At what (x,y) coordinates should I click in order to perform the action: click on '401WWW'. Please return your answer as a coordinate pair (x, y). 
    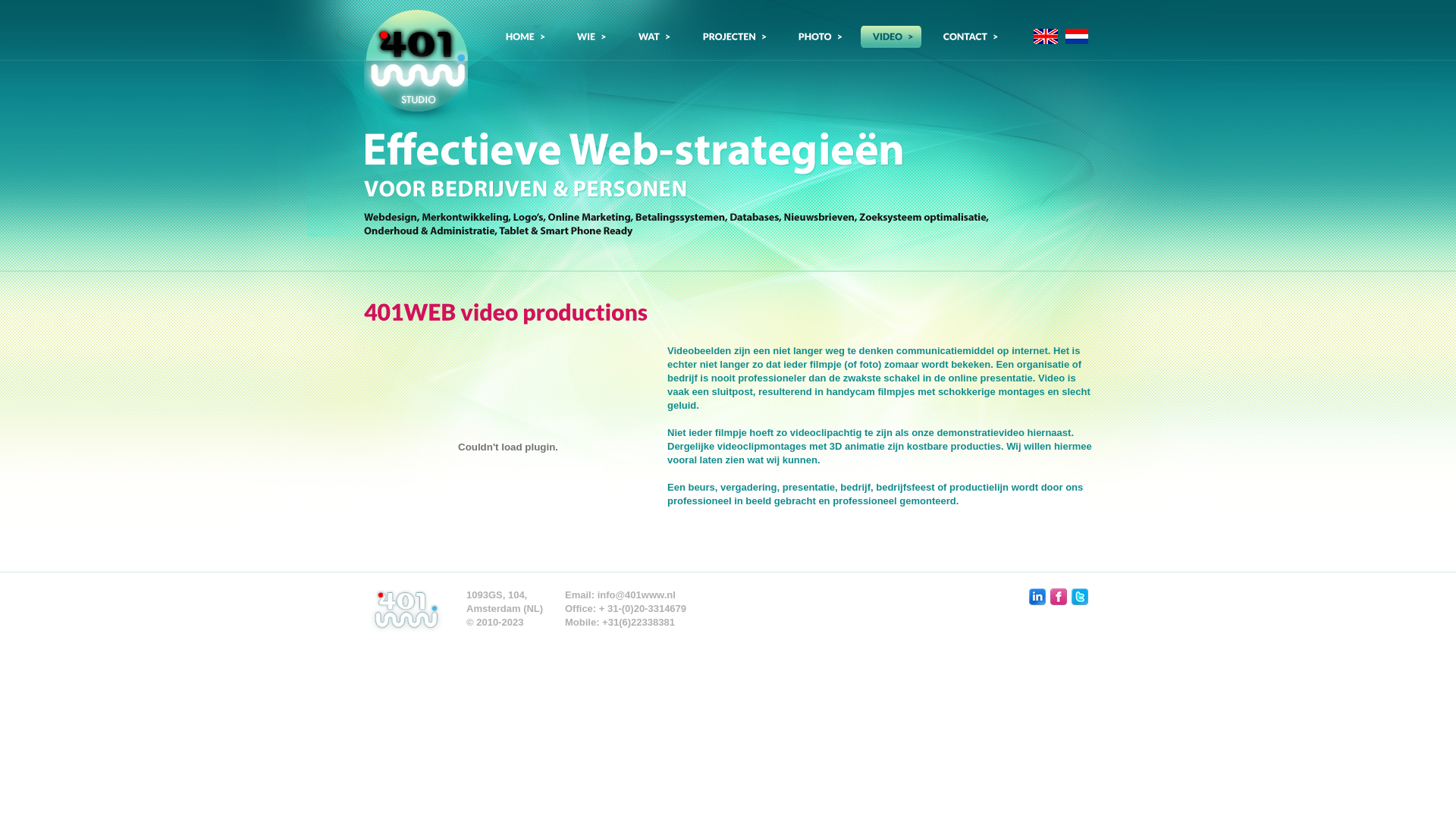
    Looking at the image, I should click on (416, 64).